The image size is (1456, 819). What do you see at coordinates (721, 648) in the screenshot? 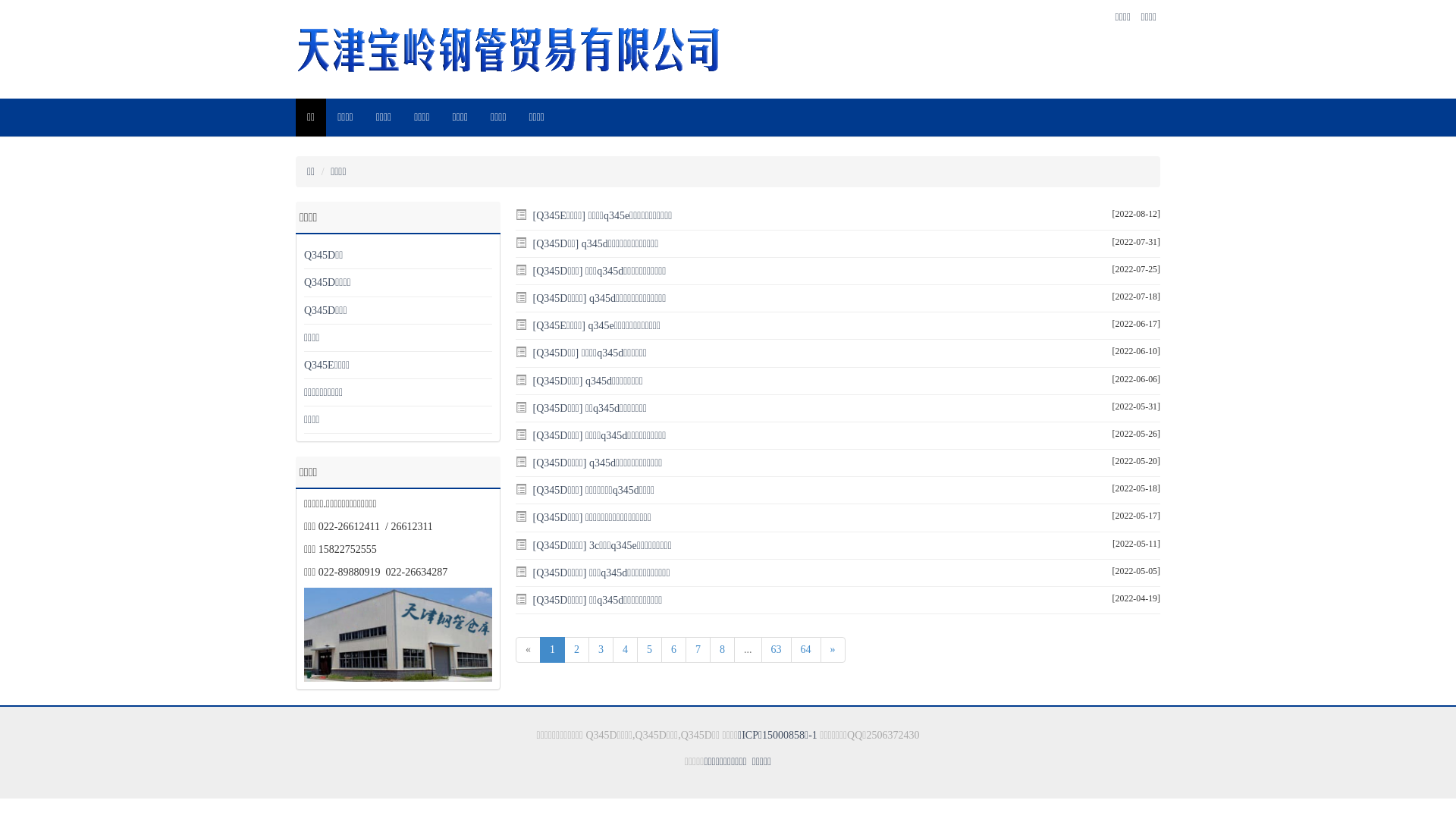
I see `'8'` at bounding box center [721, 648].